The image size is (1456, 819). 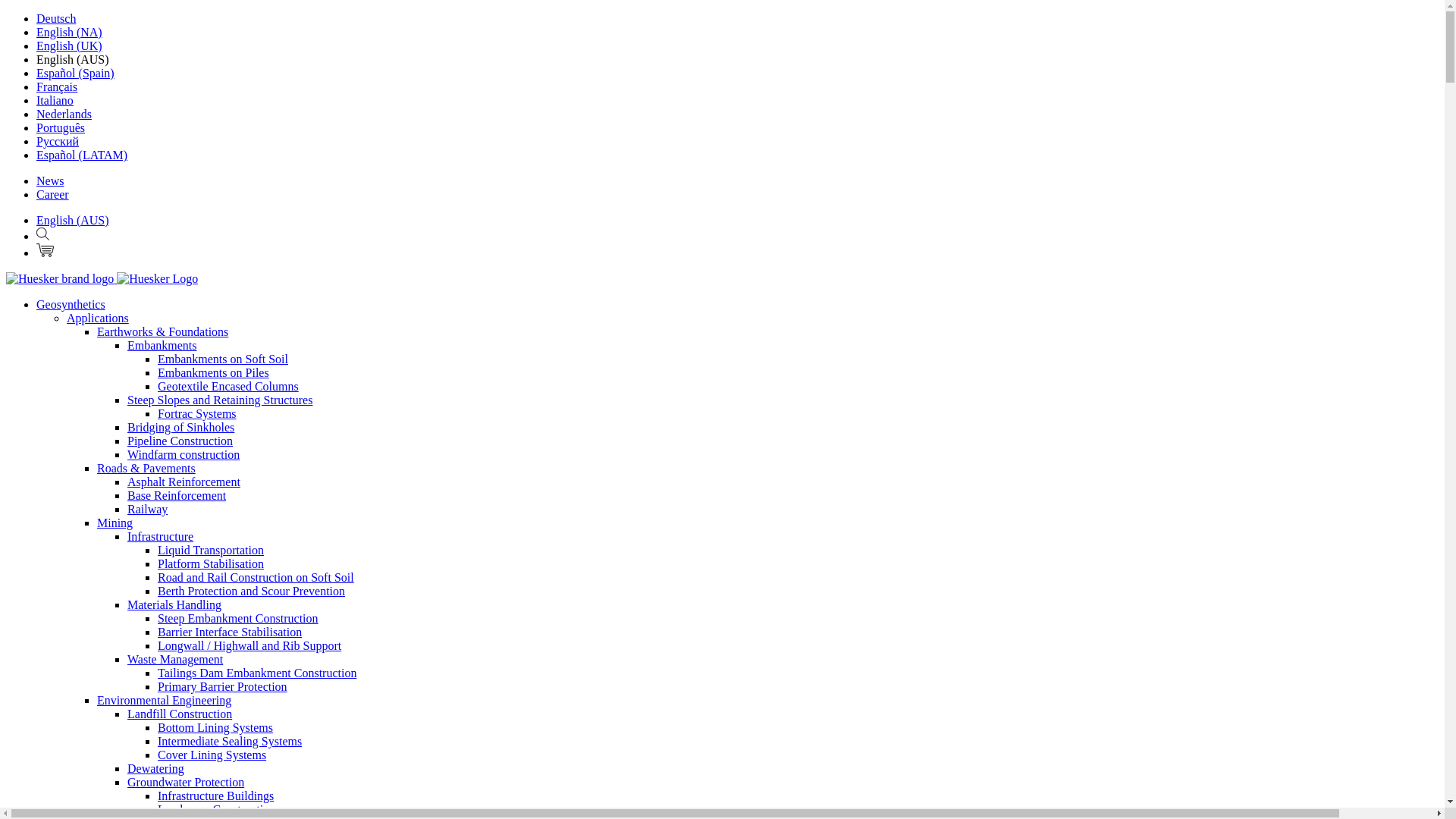 What do you see at coordinates (97, 317) in the screenshot?
I see `'Applications'` at bounding box center [97, 317].